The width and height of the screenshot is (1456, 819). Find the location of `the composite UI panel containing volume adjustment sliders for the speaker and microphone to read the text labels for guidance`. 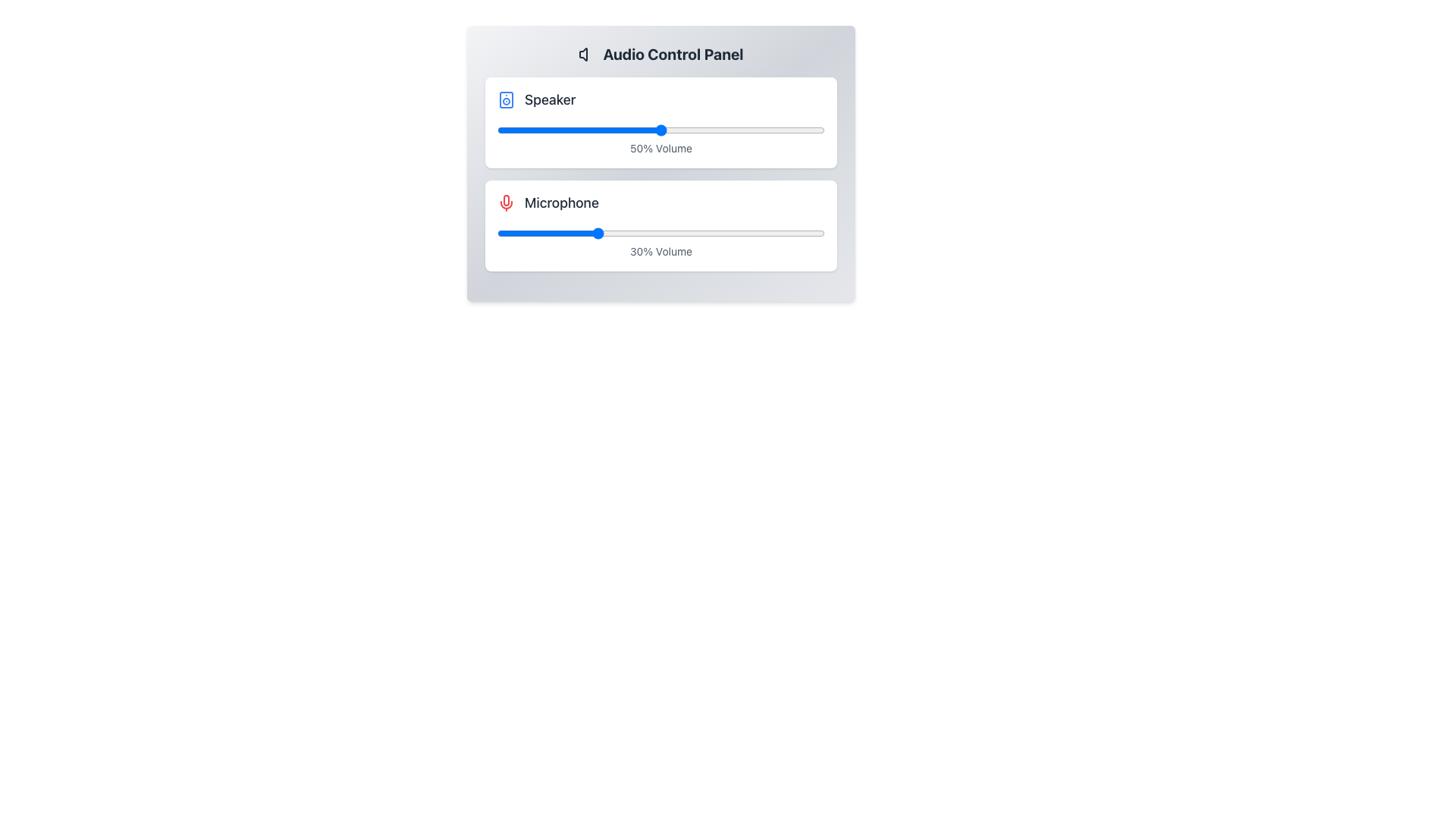

the composite UI panel containing volume adjustment sliders for the speaker and microphone to read the text labels for guidance is located at coordinates (661, 164).